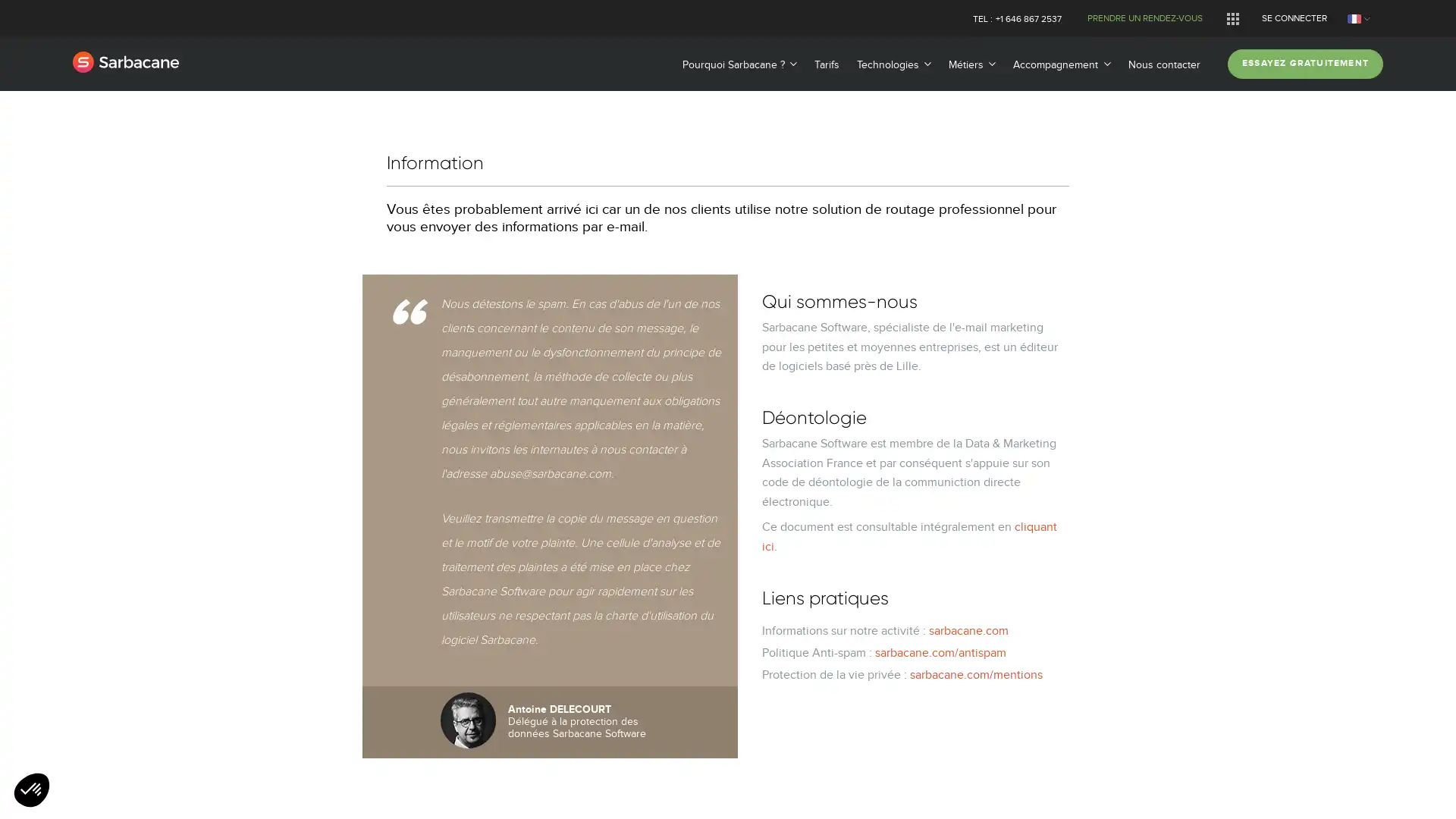 This screenshot has height=819, width=1456. What do you see at coordinates (726, 486) in the screenshot?
I see `Consentements certifies par` at bounding box center [726, 486].